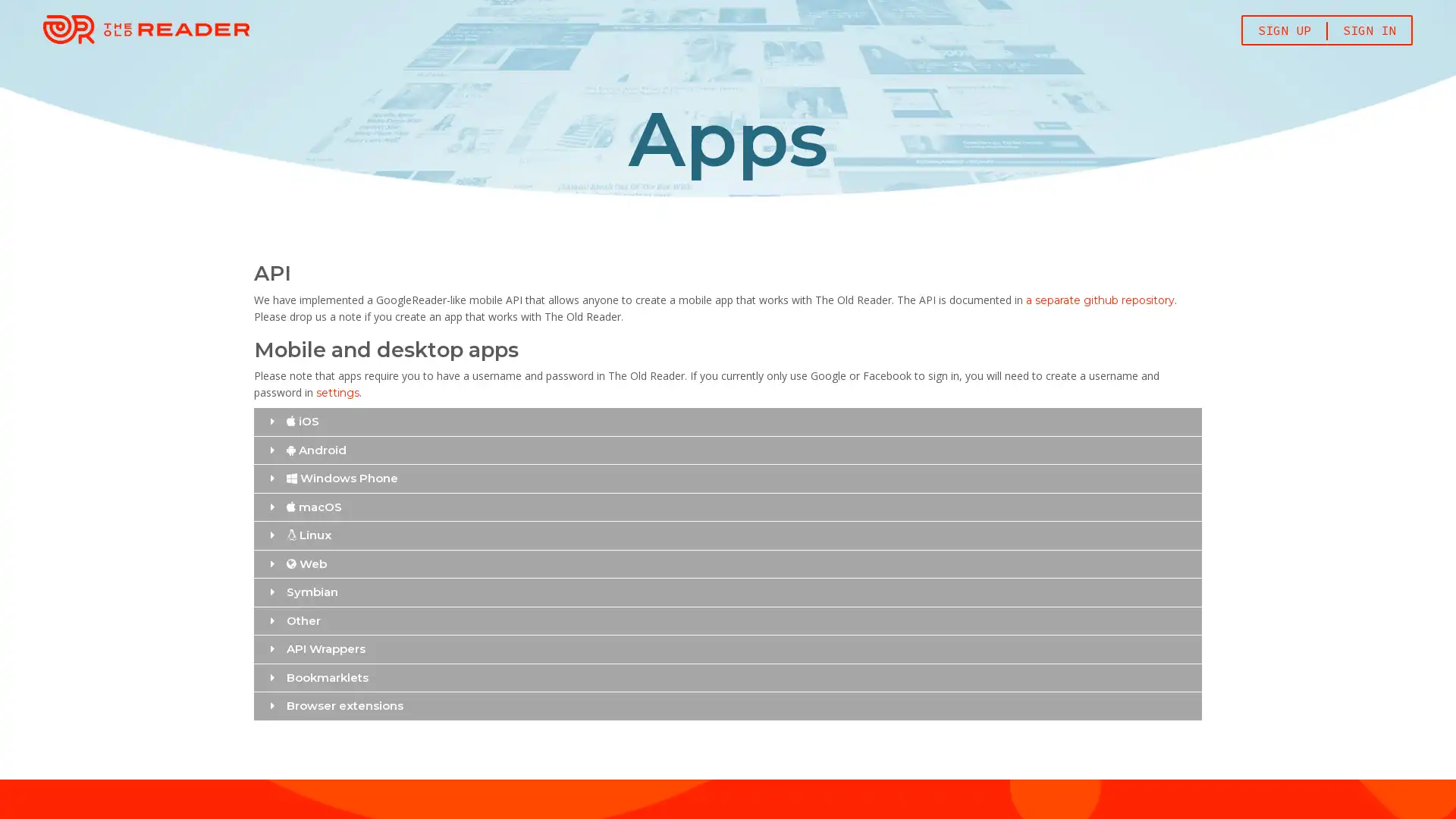  What do you see at coordinates (726, 563) in the screenshot?
I see `Web` at bounding box center [726, 563].